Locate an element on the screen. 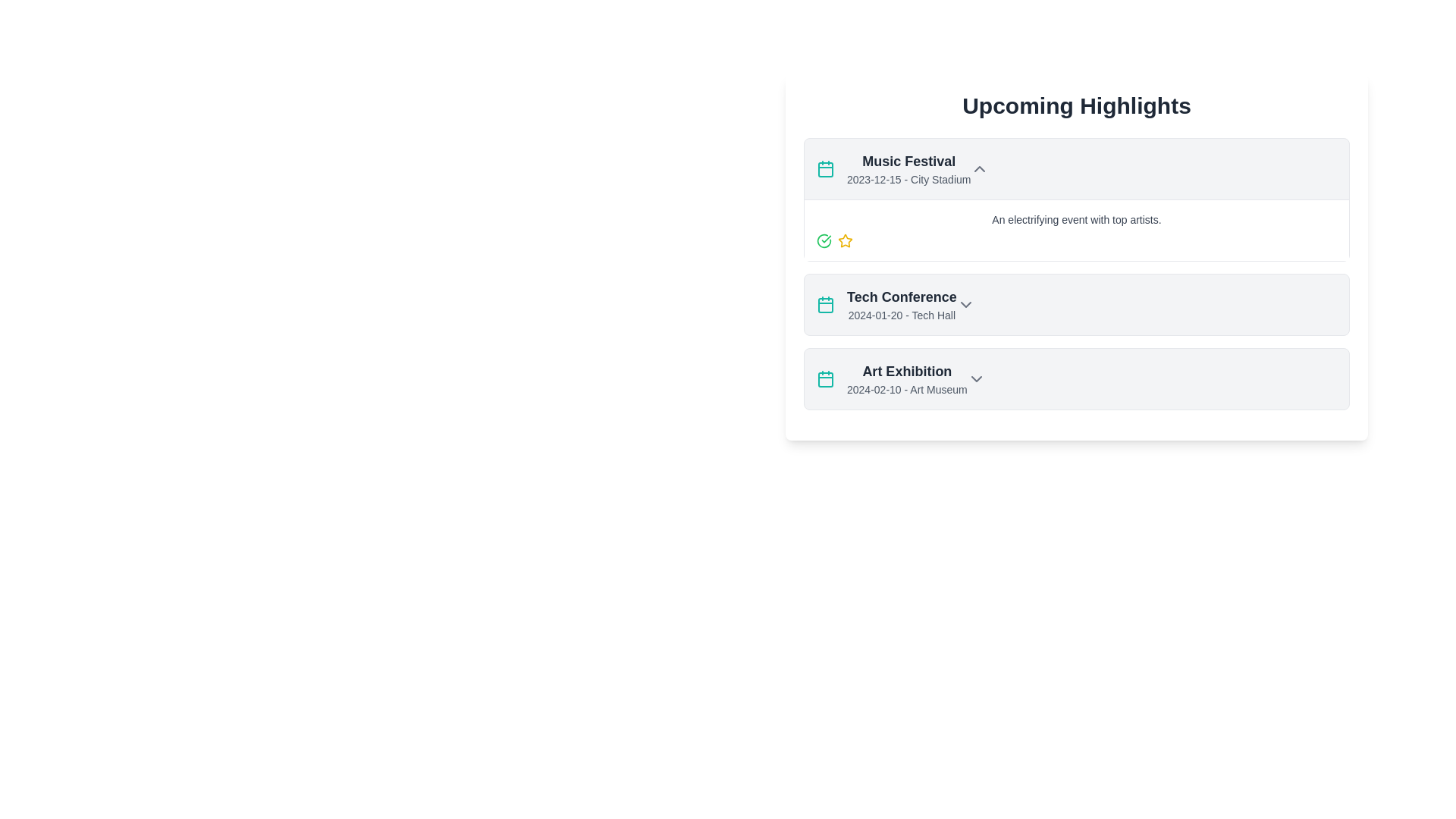 This screenshot has height=819, width=1456. the text label displaying '2024-02-10 - Art Museum', which is styled in gray and located within the 'Art Exhibition' entry of the 'Upcoming Highlights' section is located at coordinates (907, 388).